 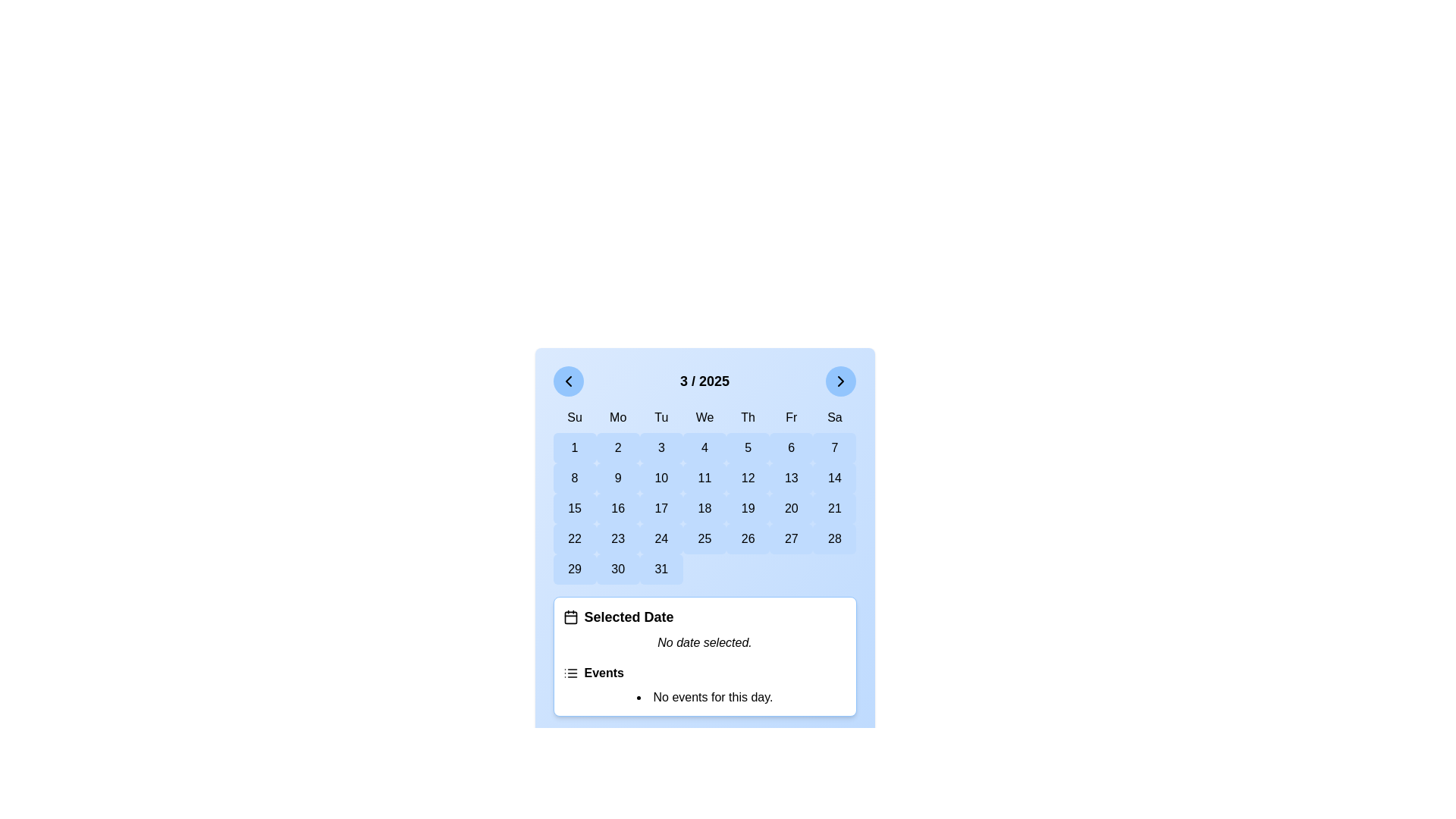 I want to click on the button representing the 8th day of March 2025 in the calendar grid under the 'Su' column, so click(x=574, y=479).